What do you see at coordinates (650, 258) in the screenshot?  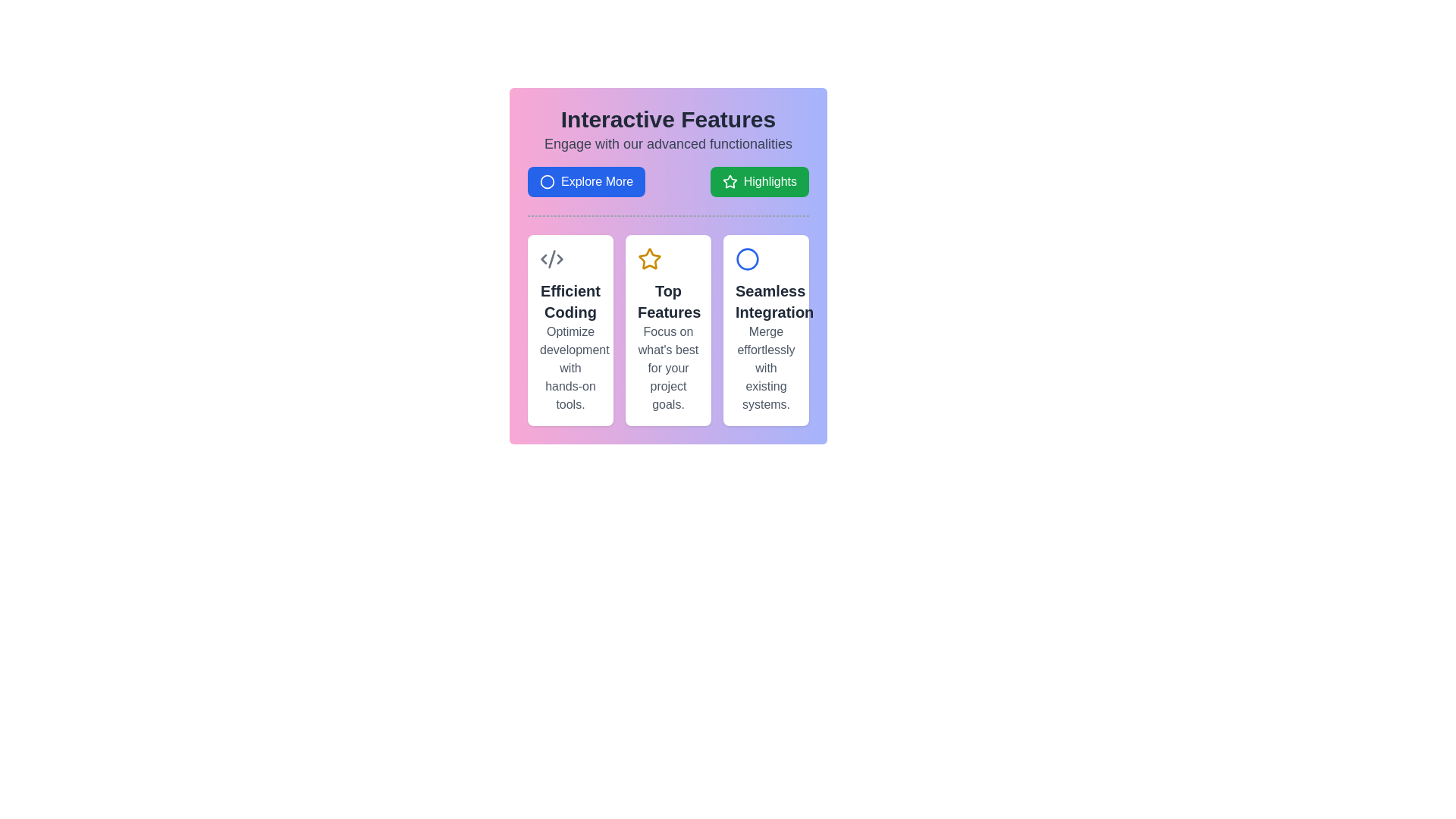 I see `the 'Top Features' icon located within the 'Top Features' card, positioned between 'Efficient Coding' and 'Seamless Integration'` at bounding box center [650, 258].